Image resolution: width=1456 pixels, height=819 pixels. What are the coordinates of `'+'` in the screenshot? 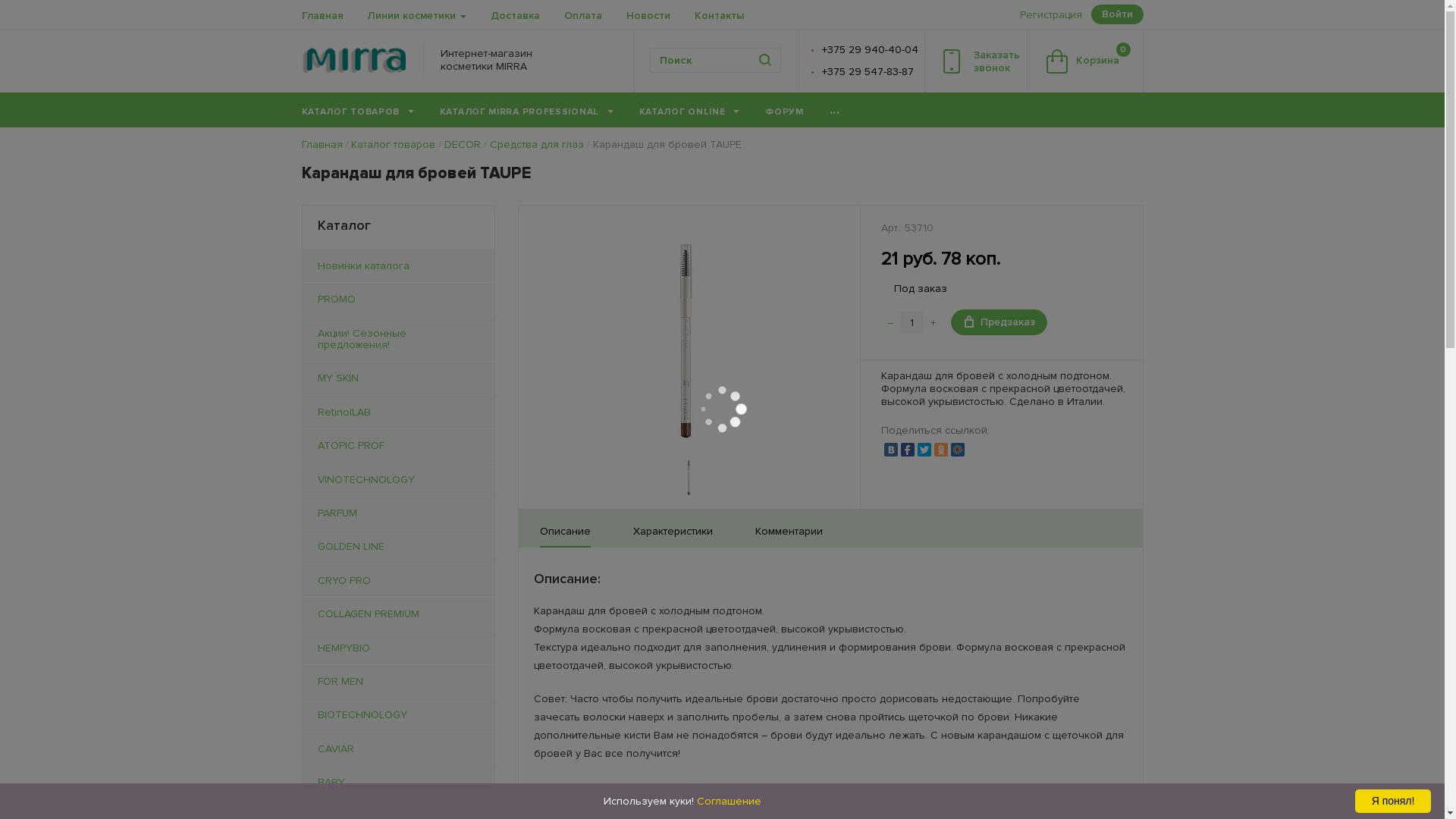 It's located at (932, 321).